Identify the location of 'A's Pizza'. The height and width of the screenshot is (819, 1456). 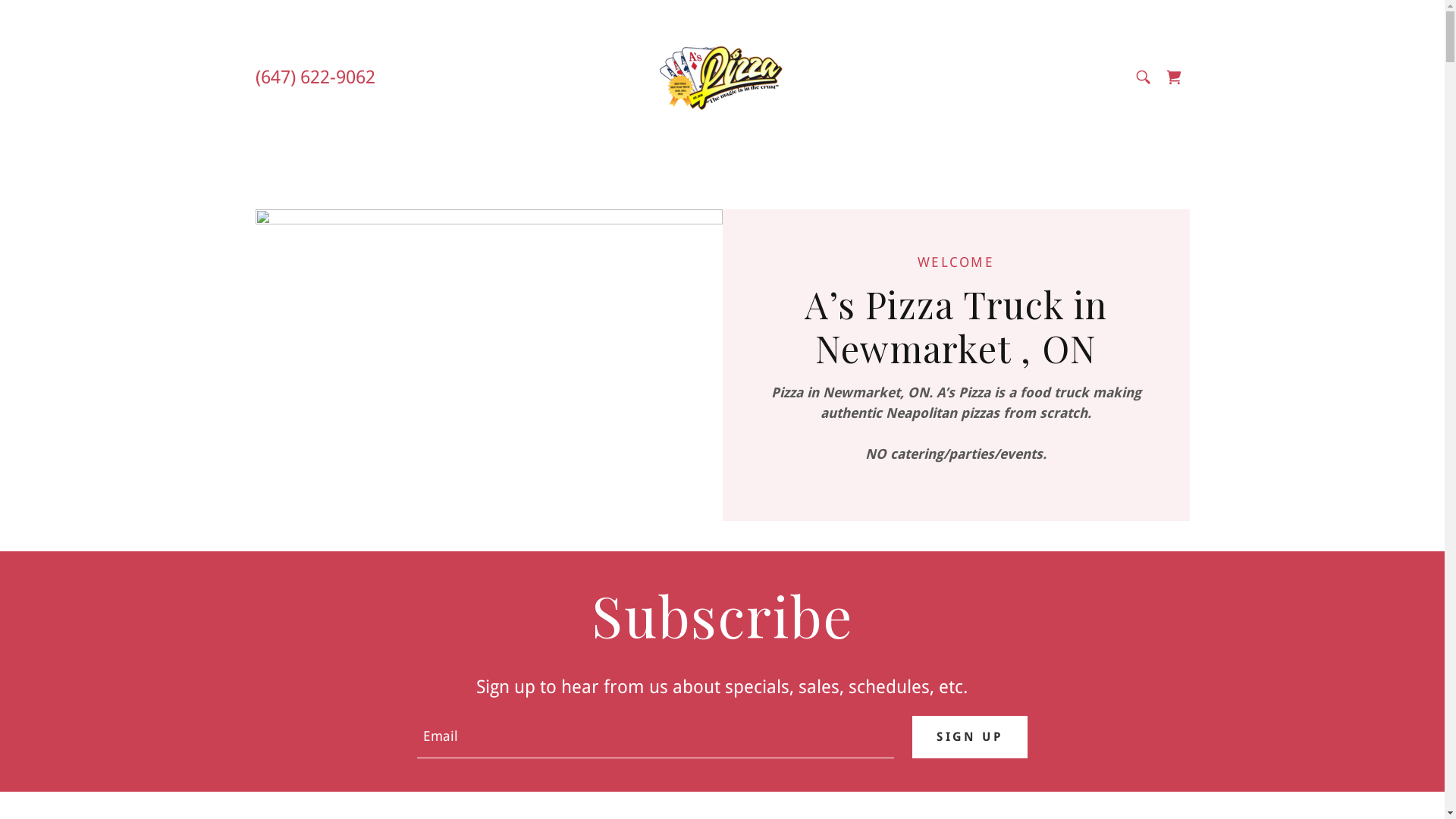
(656, 76).